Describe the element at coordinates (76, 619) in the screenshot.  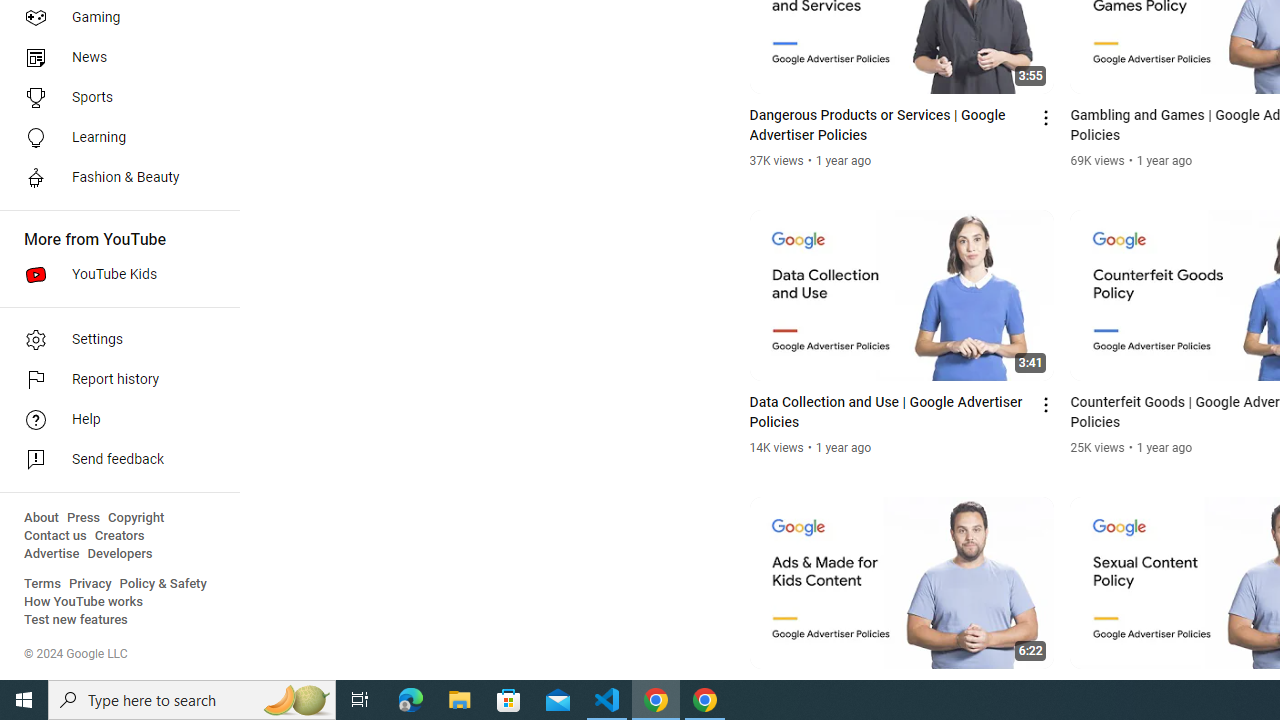
I see `'Test new features'` at that location.